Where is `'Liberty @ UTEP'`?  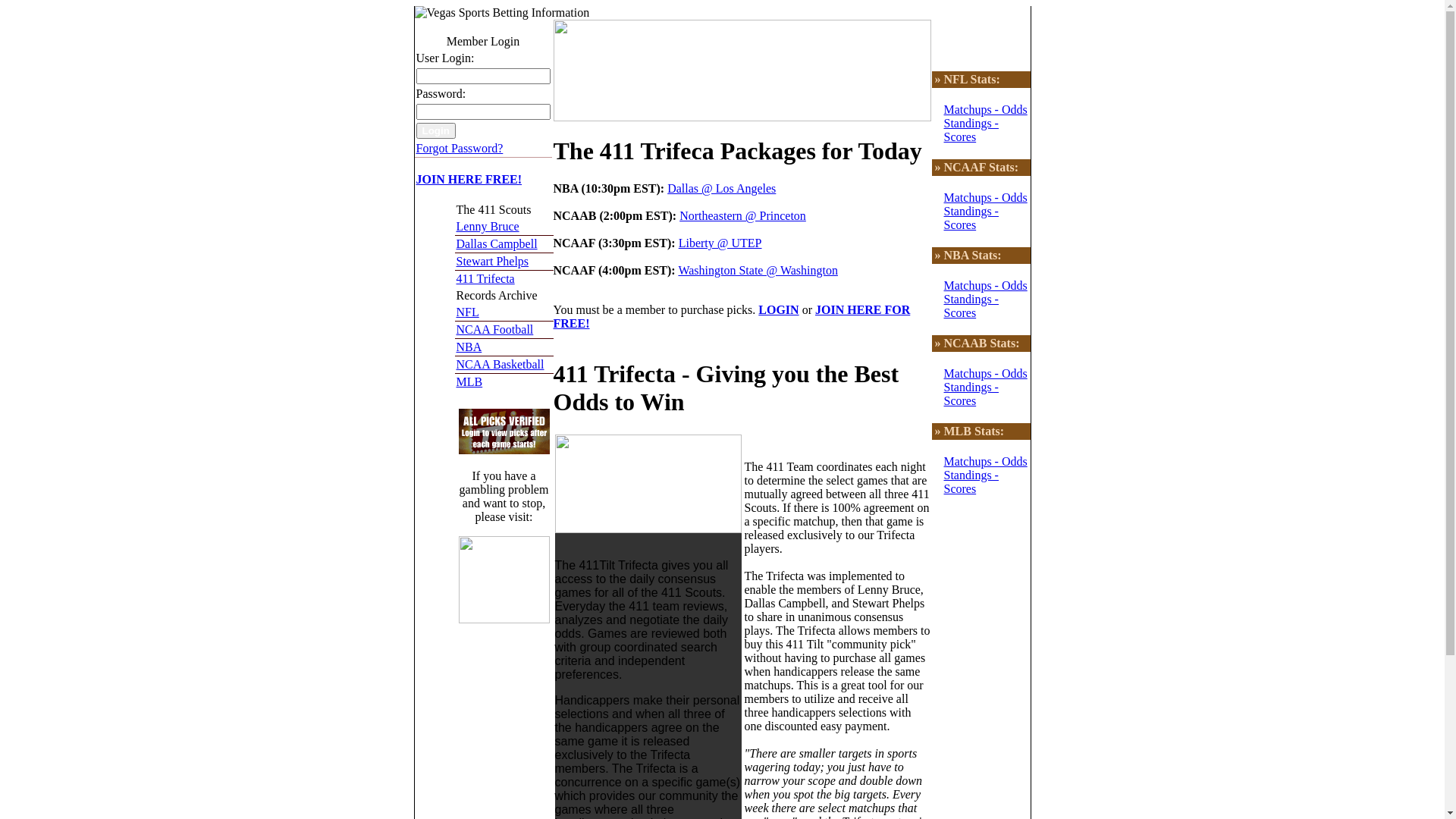
'Liberty @ UTEP' is located at coordinates (720, 242).